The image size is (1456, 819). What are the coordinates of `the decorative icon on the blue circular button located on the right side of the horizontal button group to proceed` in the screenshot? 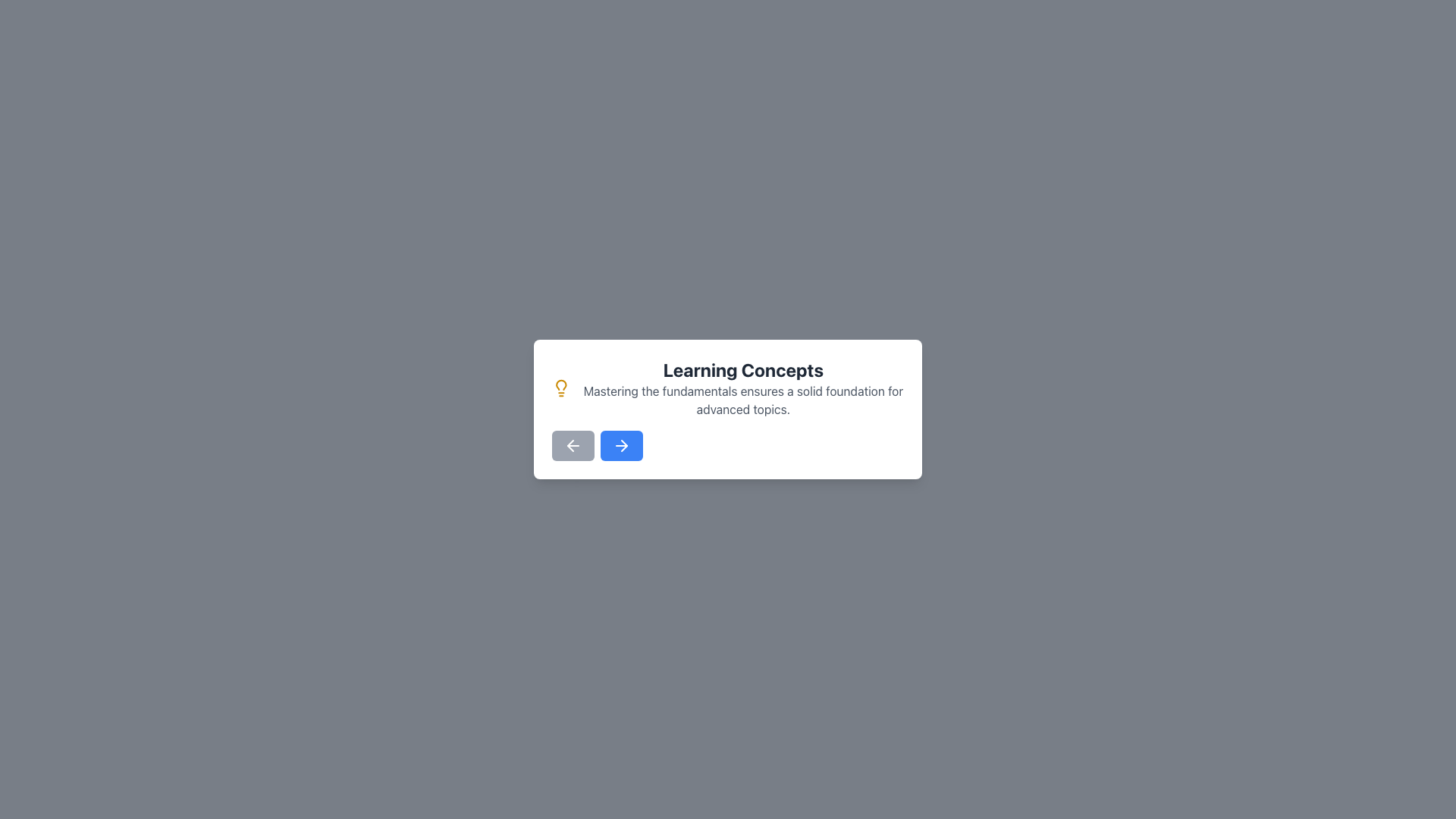 It's located at (624, 444).